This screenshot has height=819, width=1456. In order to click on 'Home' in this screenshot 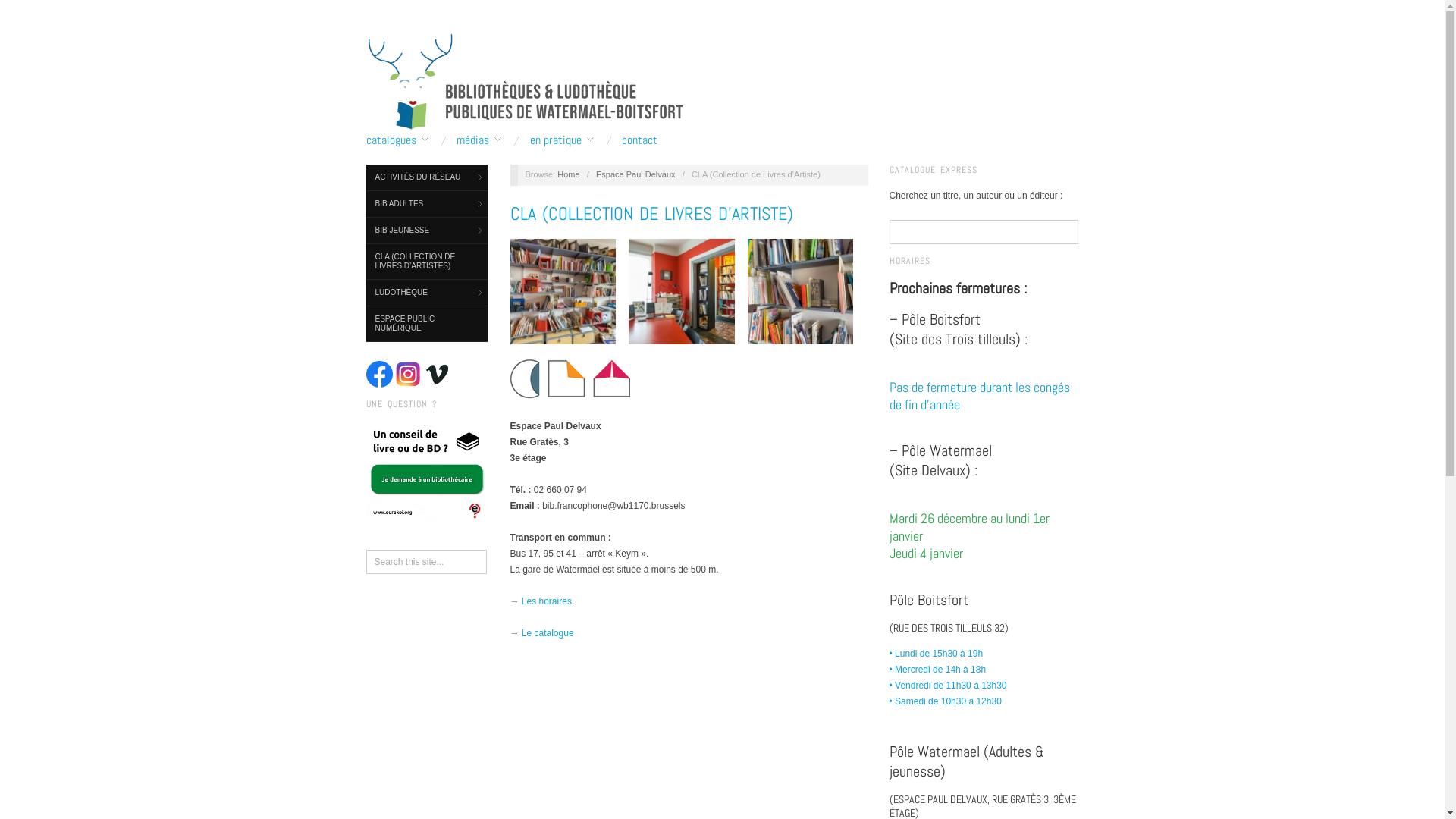, I will do `click(567, 174)`.